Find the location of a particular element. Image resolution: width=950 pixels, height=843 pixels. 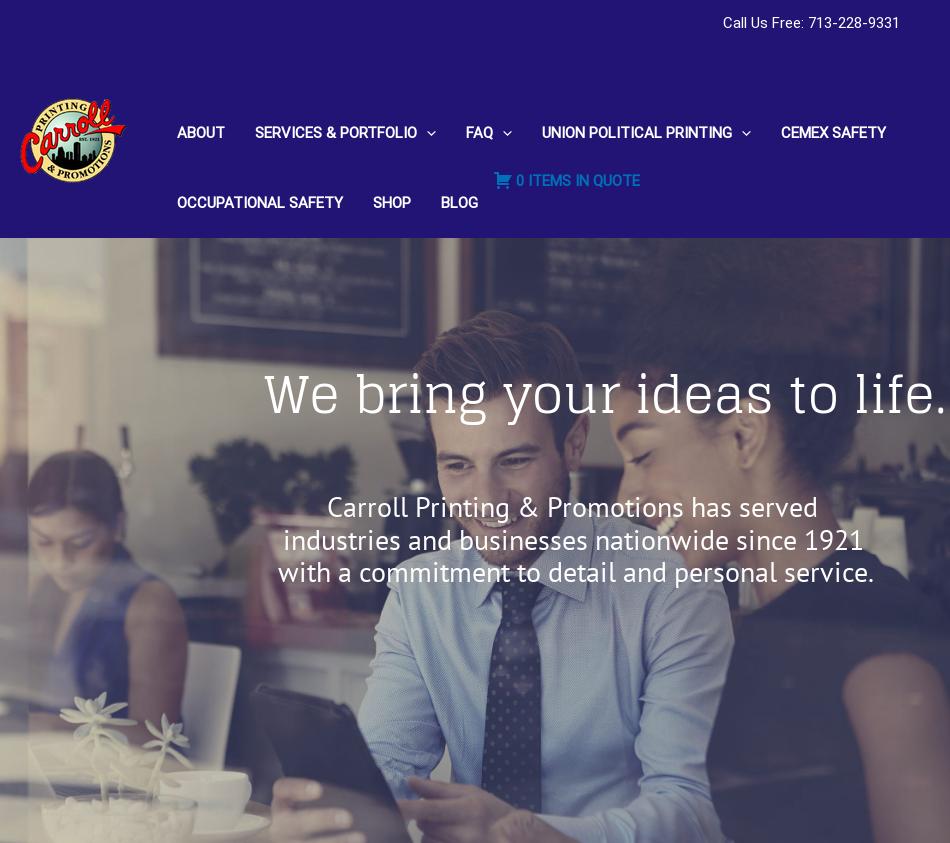

'FAQ' is located at coordinates (464, 131).